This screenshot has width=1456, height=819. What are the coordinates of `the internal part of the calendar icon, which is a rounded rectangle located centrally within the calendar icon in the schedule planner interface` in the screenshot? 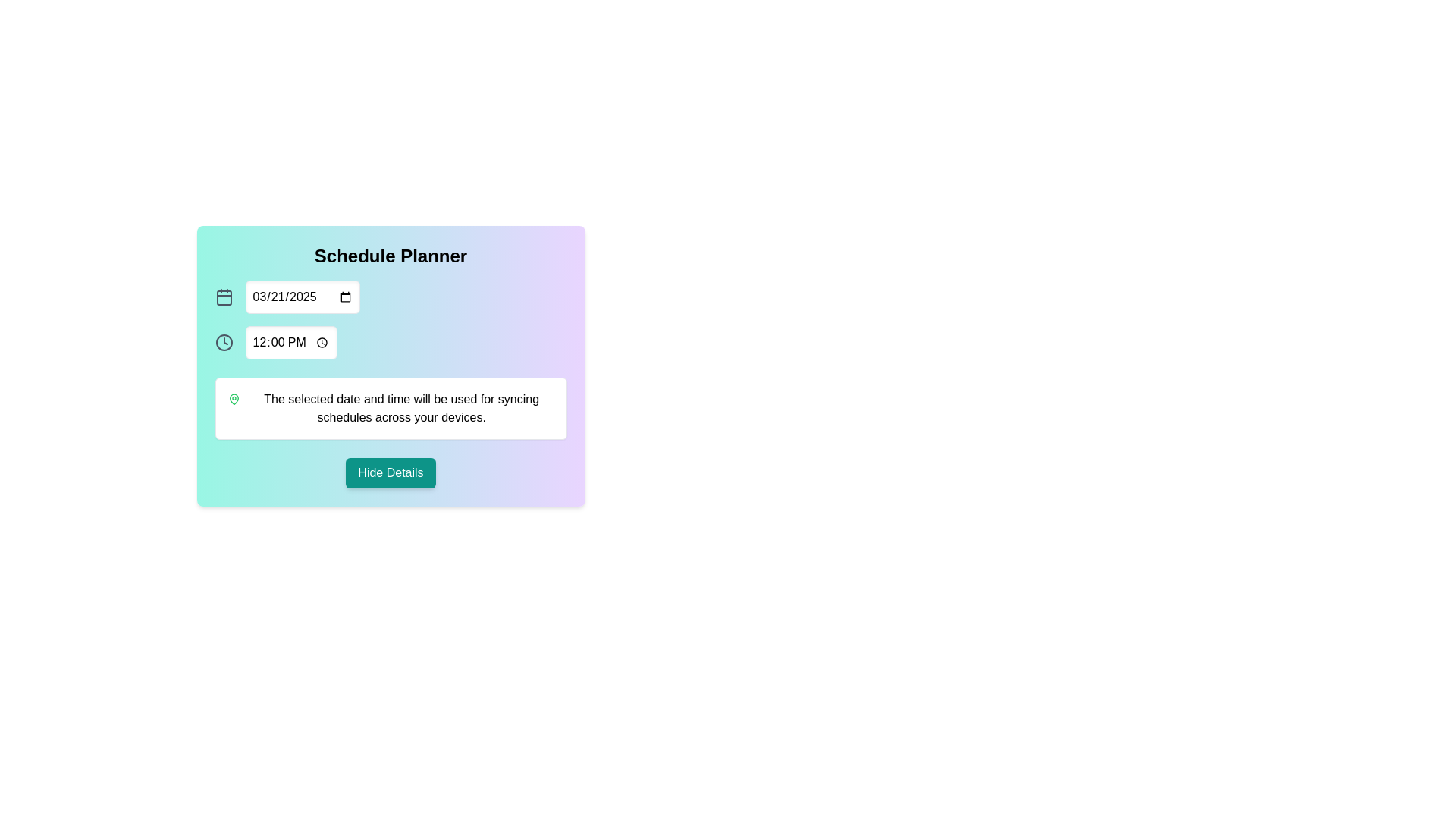 It's located at (223, 298).